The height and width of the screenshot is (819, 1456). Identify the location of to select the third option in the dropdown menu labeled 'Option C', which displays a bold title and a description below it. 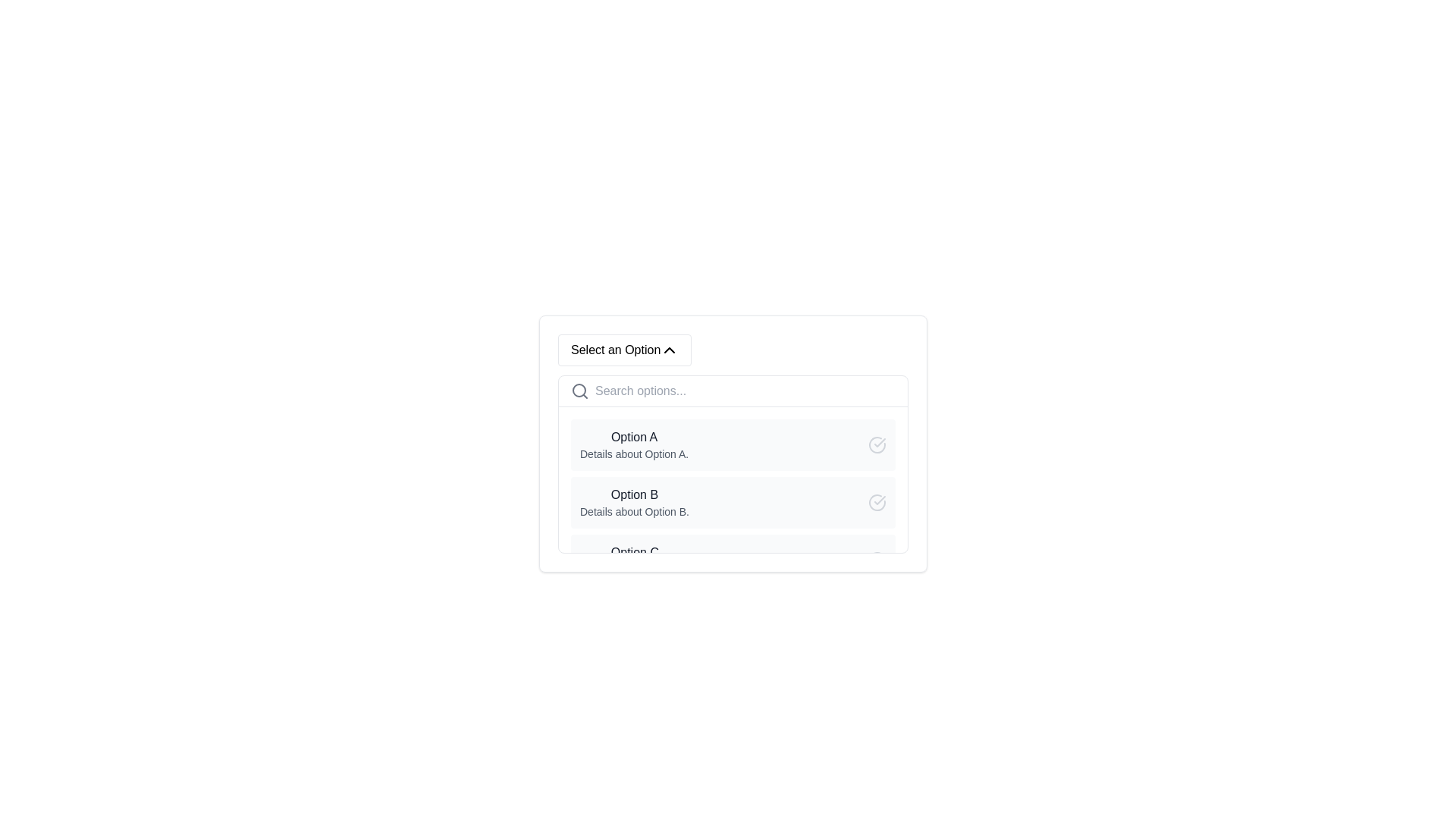
(635, 560).